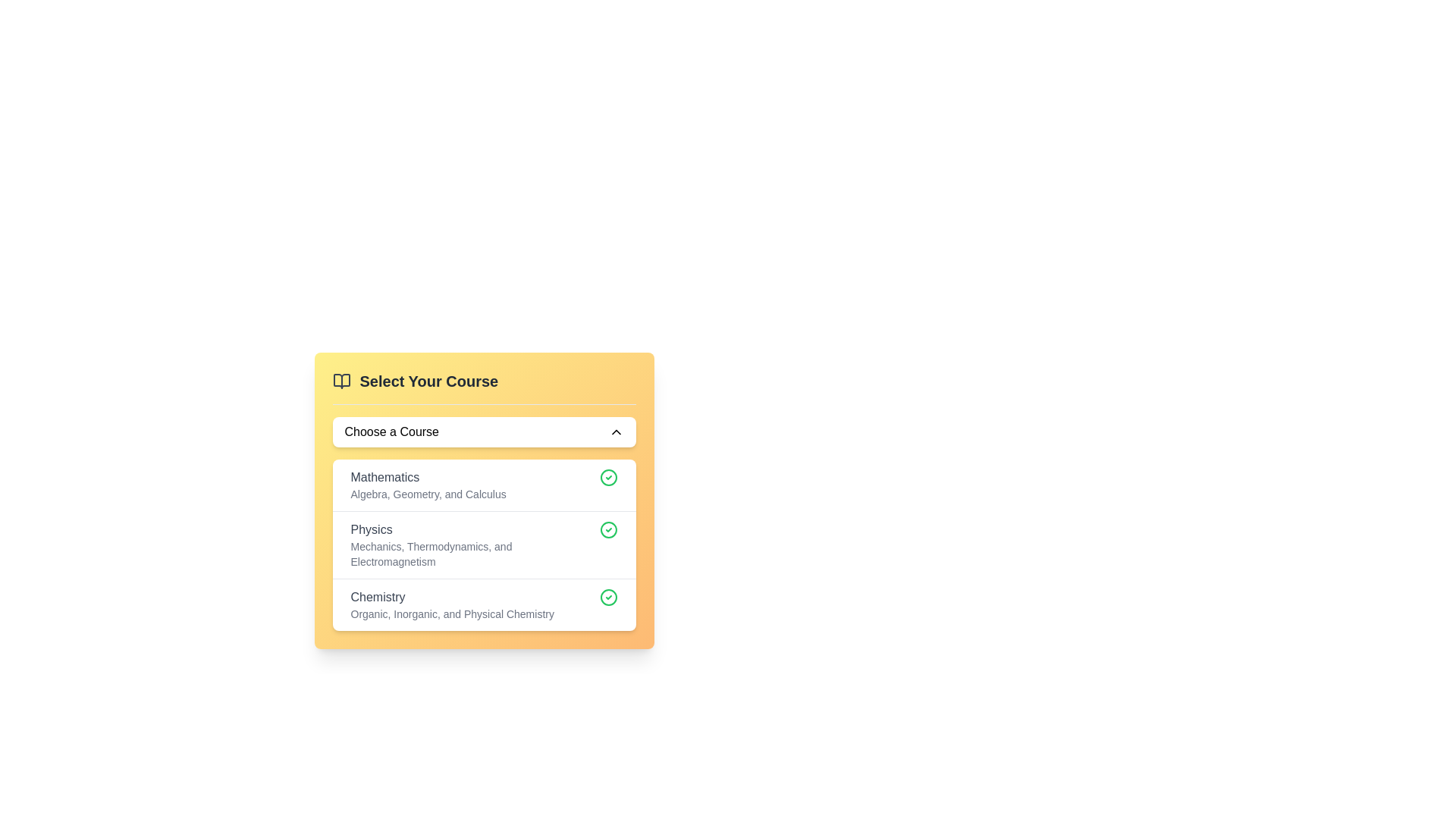 The image size is (1456, 819). I want to click on to select the 'Physics' option in the second item of the vertical list under the 'Select Your Course' section, so click(483, 544).